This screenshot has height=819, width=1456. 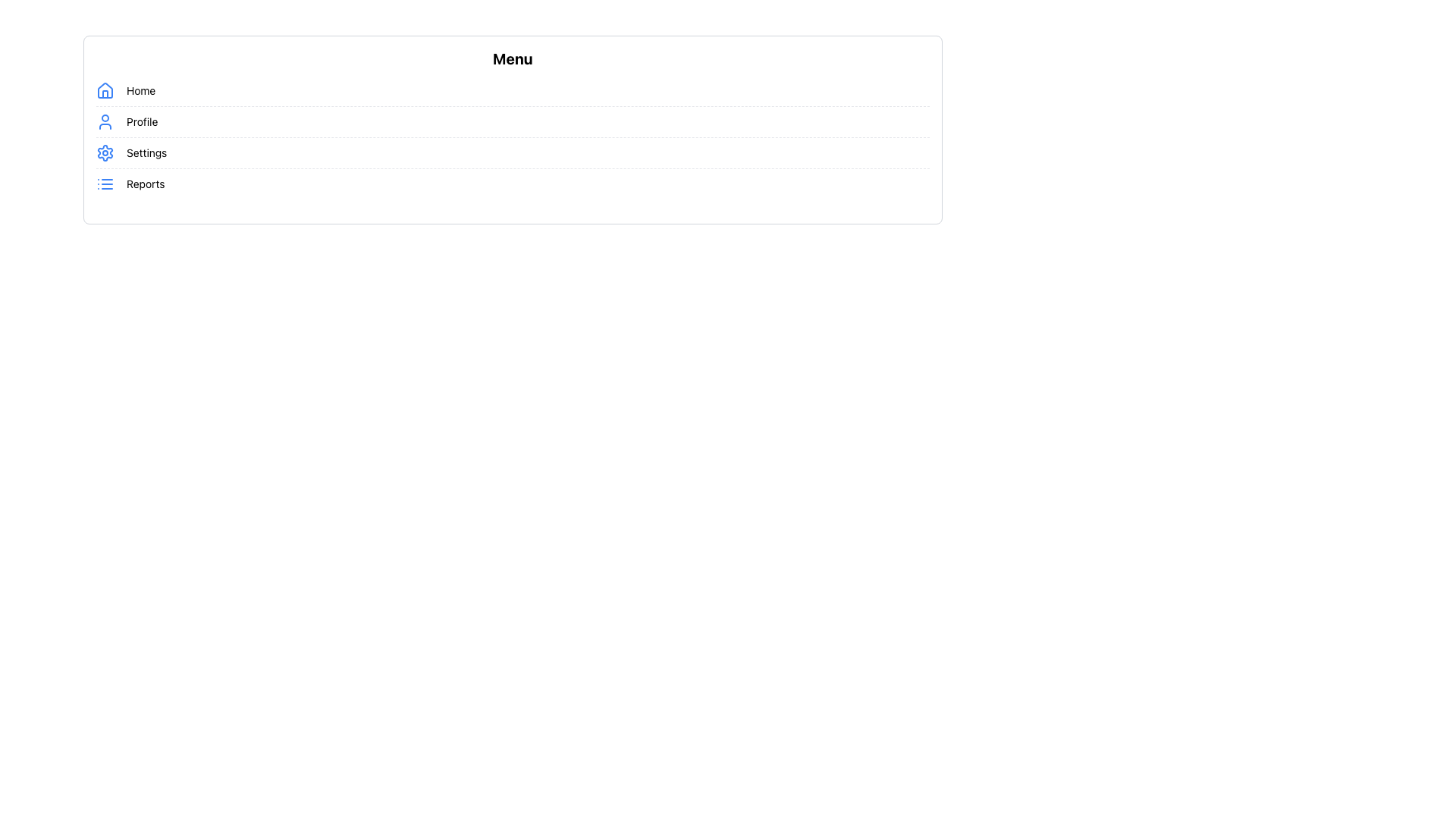 I want to click on the visual identifier icon for the 'Reports' menu entry, which is positioned as the leftmost component in the vertically stacked menu list, so click(x=105, y=184).